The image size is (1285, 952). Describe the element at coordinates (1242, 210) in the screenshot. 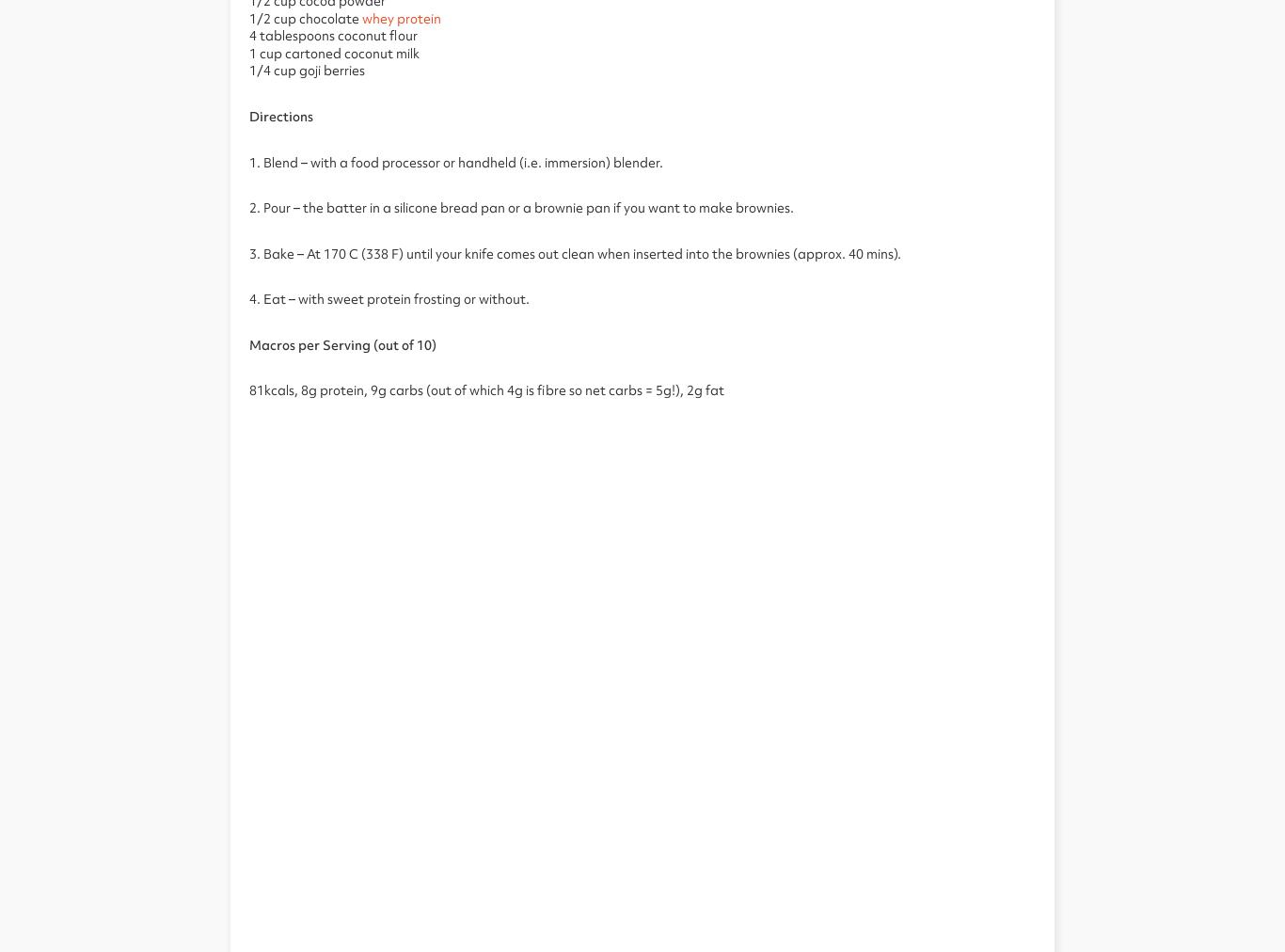

I see `'Sitemap'` at that location.